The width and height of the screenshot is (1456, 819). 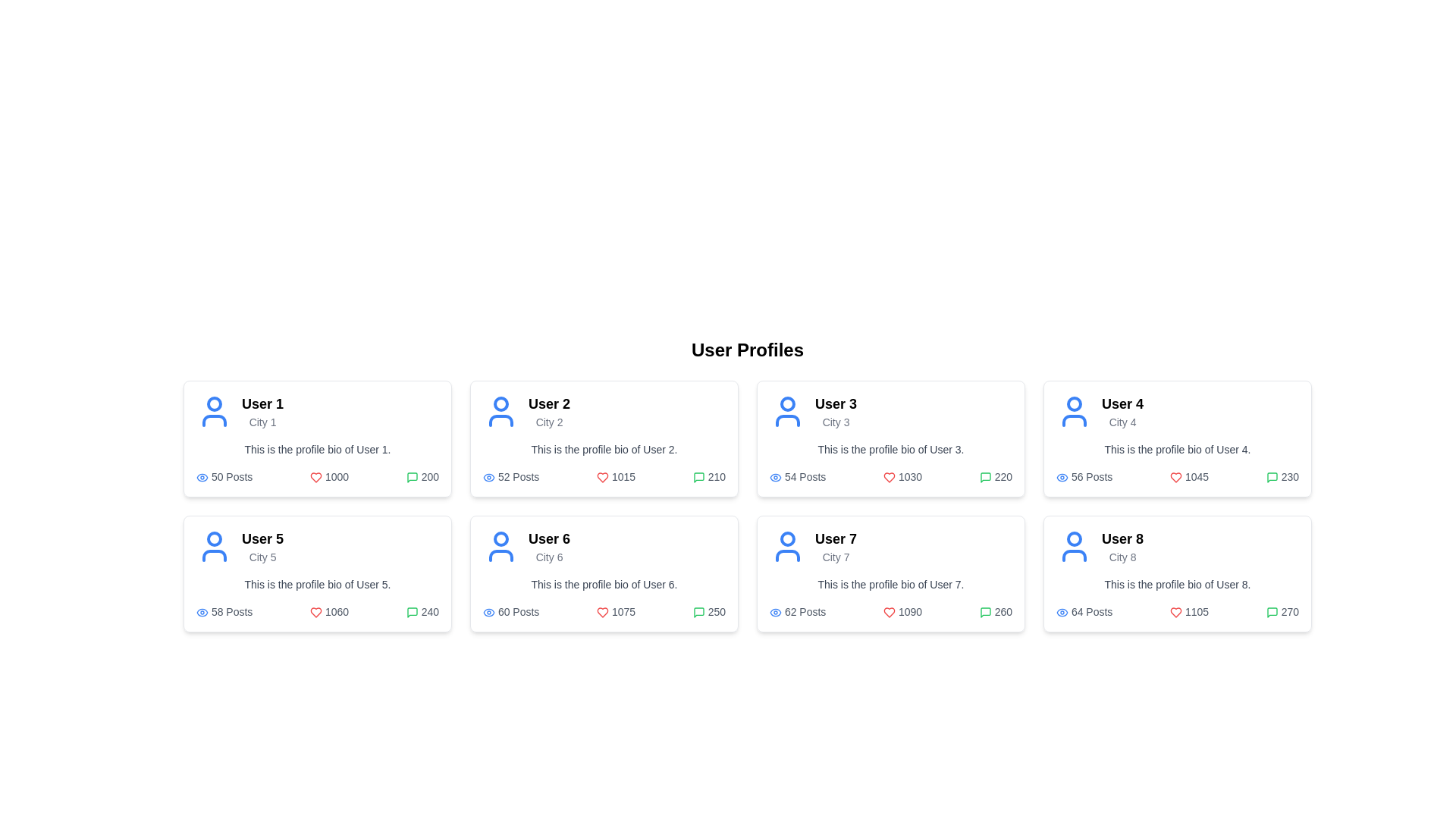 I want to click on the profile icon located in the top row, second column of the user profile grid, which visually represents the user's profile information, so click(x=501, y=412).